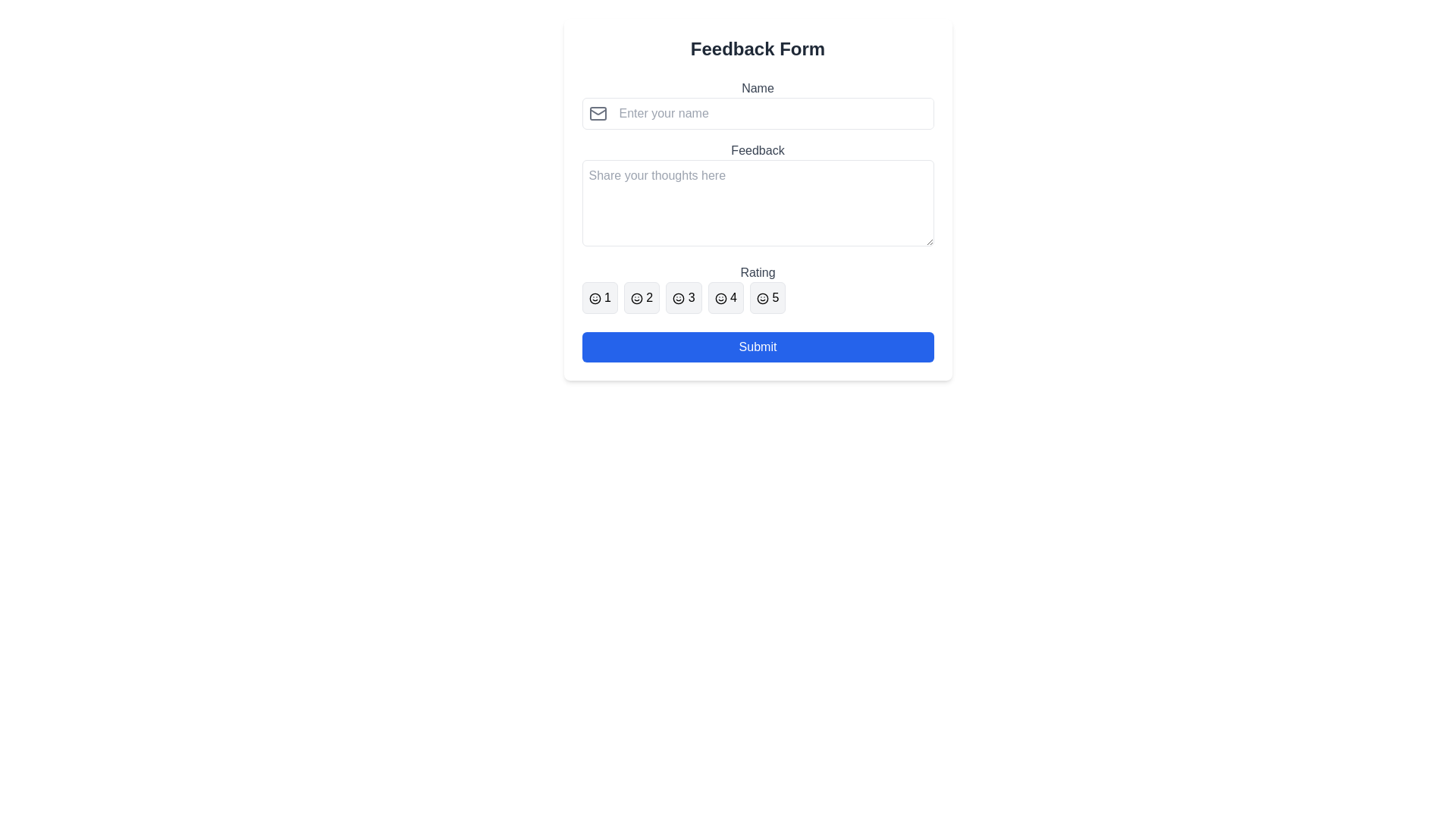 This screenshot has height=819, width=1456. I want to click on the fifth button in the 'Feedback Form' interface, which features a smiley face icon and the number '5', so click(767, 298).